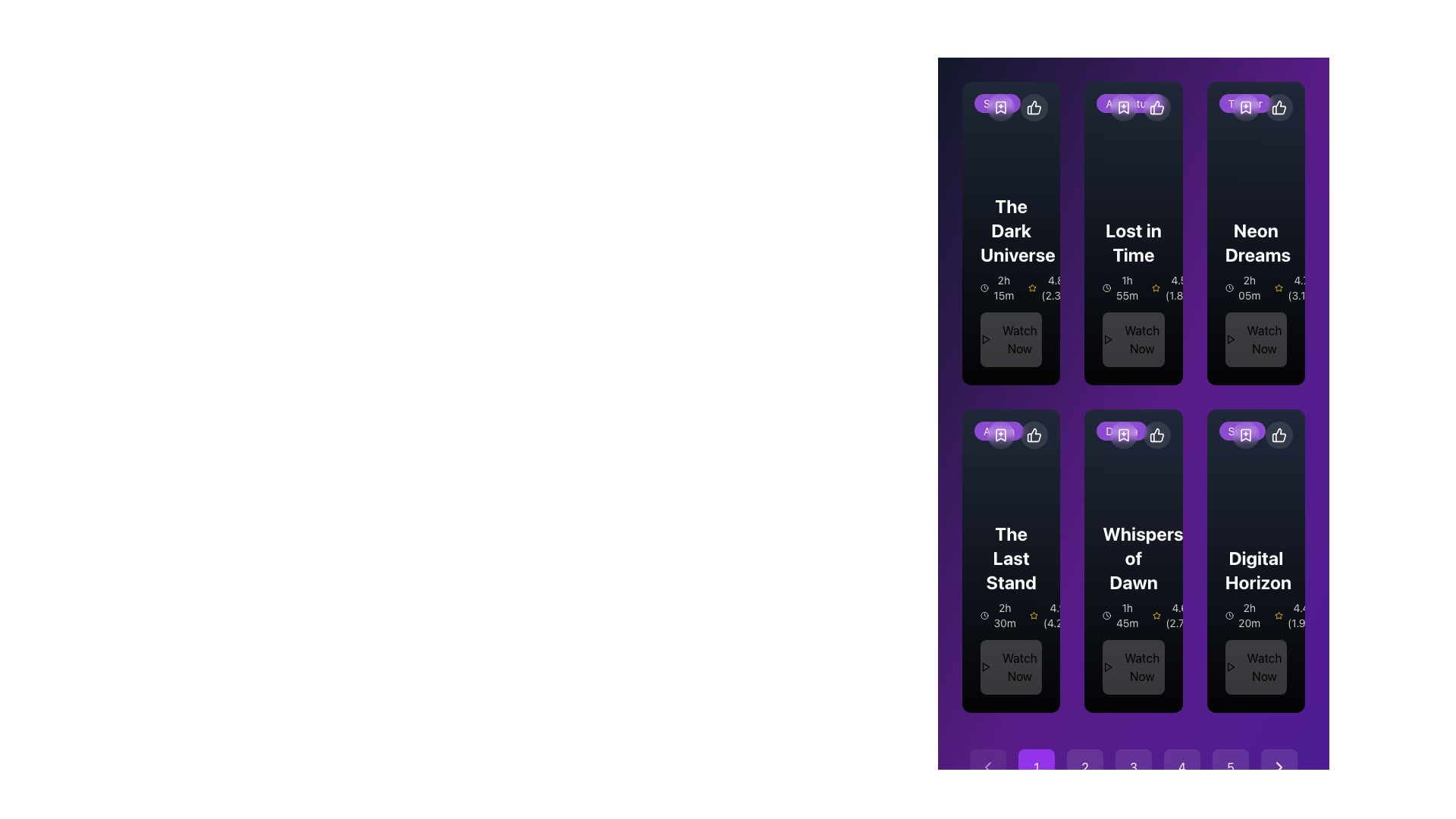 This screenshot has height=819, width=1456. Describe the element at coordinates (1245, 107) in the screenshot. I see `the bookmark button with a plus sign located at the top-right of the 'Neon Dreams' movie card to bookmark this item` at that location.